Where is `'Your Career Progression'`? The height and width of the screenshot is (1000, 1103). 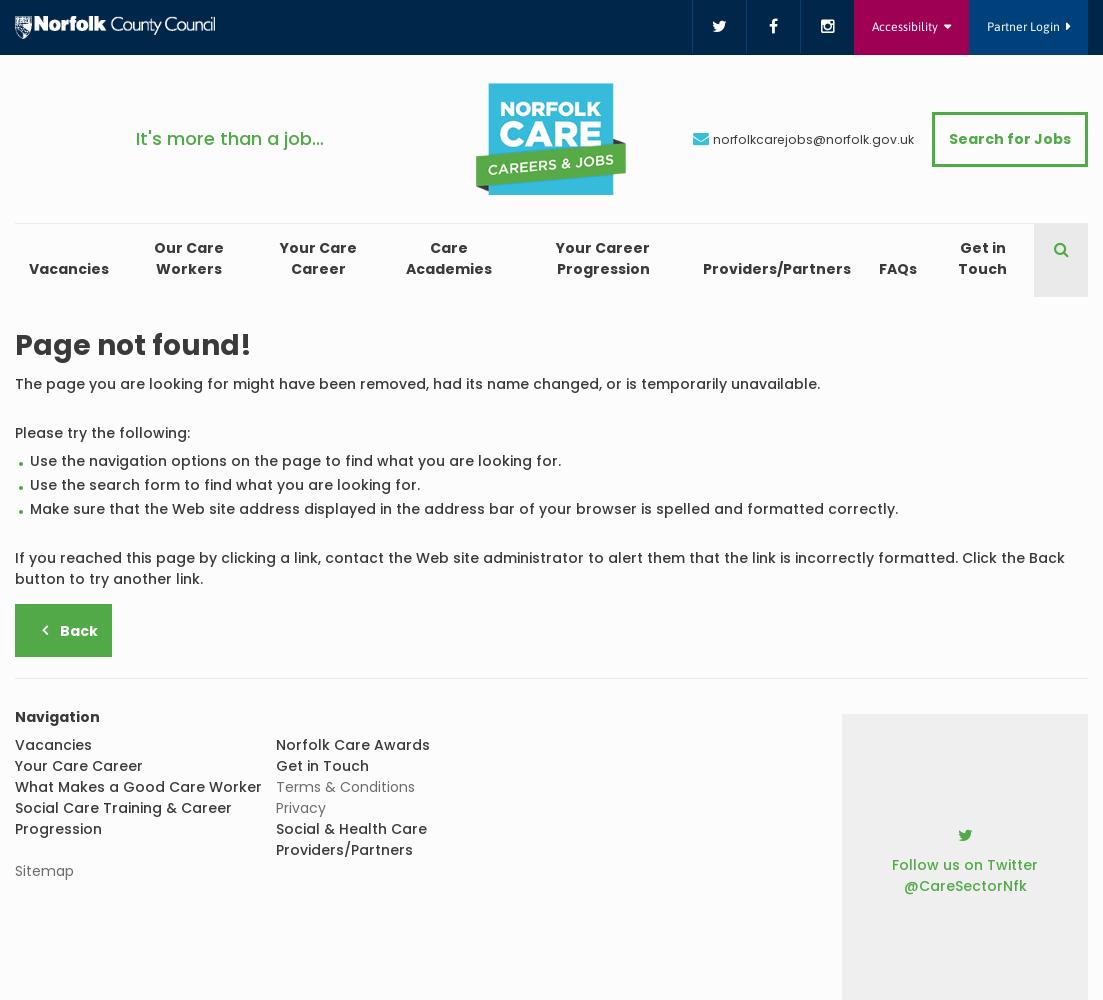
'Your Career Progression' is located at coordinates (602, 258).